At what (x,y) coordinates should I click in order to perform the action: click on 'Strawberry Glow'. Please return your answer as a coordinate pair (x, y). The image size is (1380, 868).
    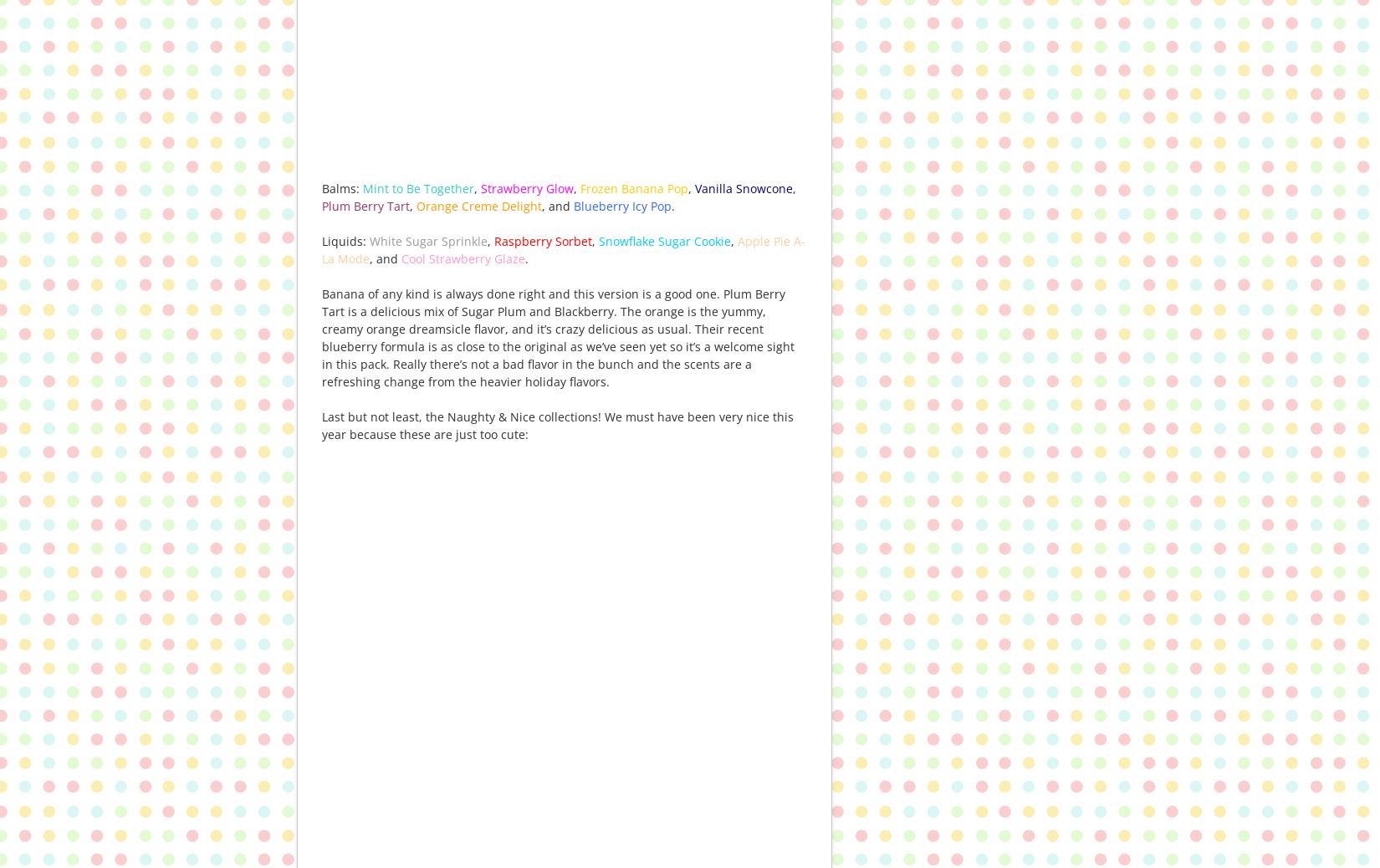
    Looking at the image, I should click on (526, 186).